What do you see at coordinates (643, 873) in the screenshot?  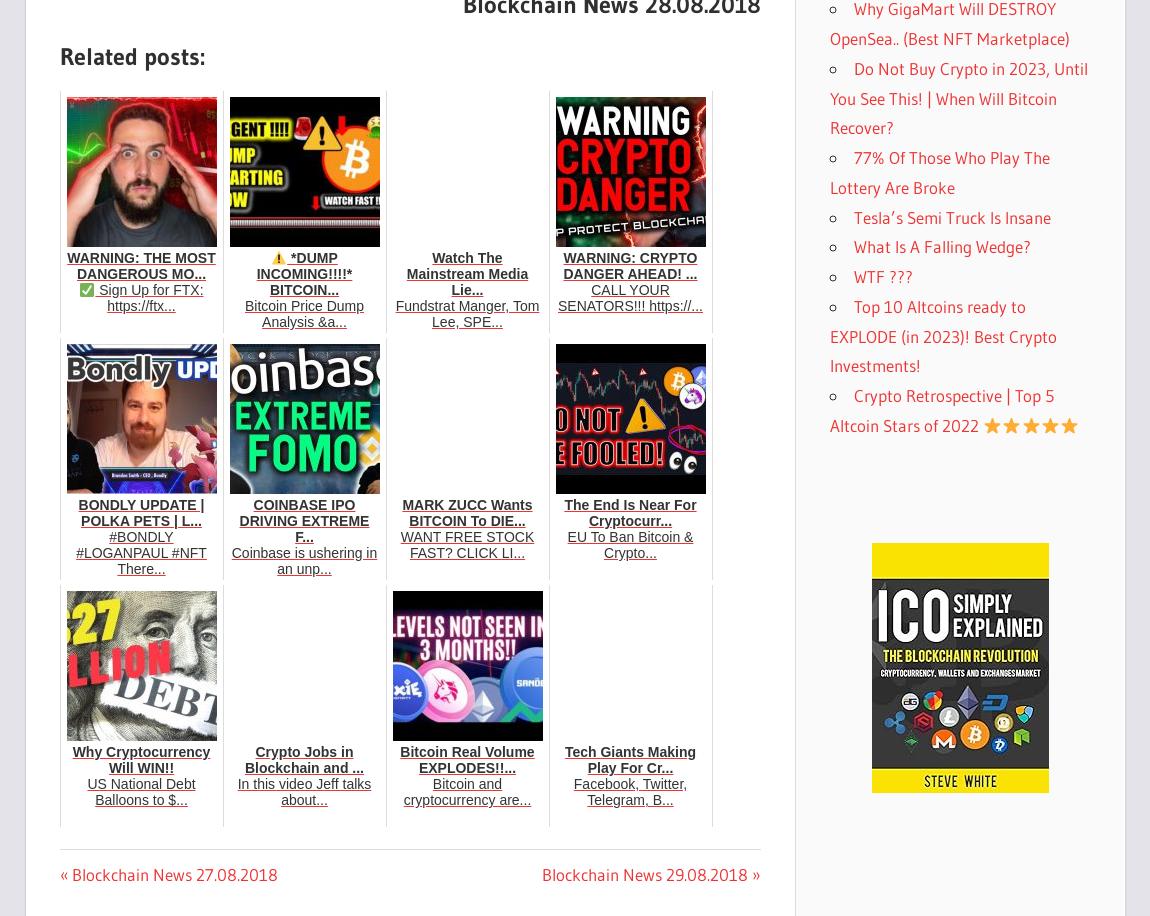 I see `'Blockchain News 29.08.2018'` at bounding box center [643, 873].